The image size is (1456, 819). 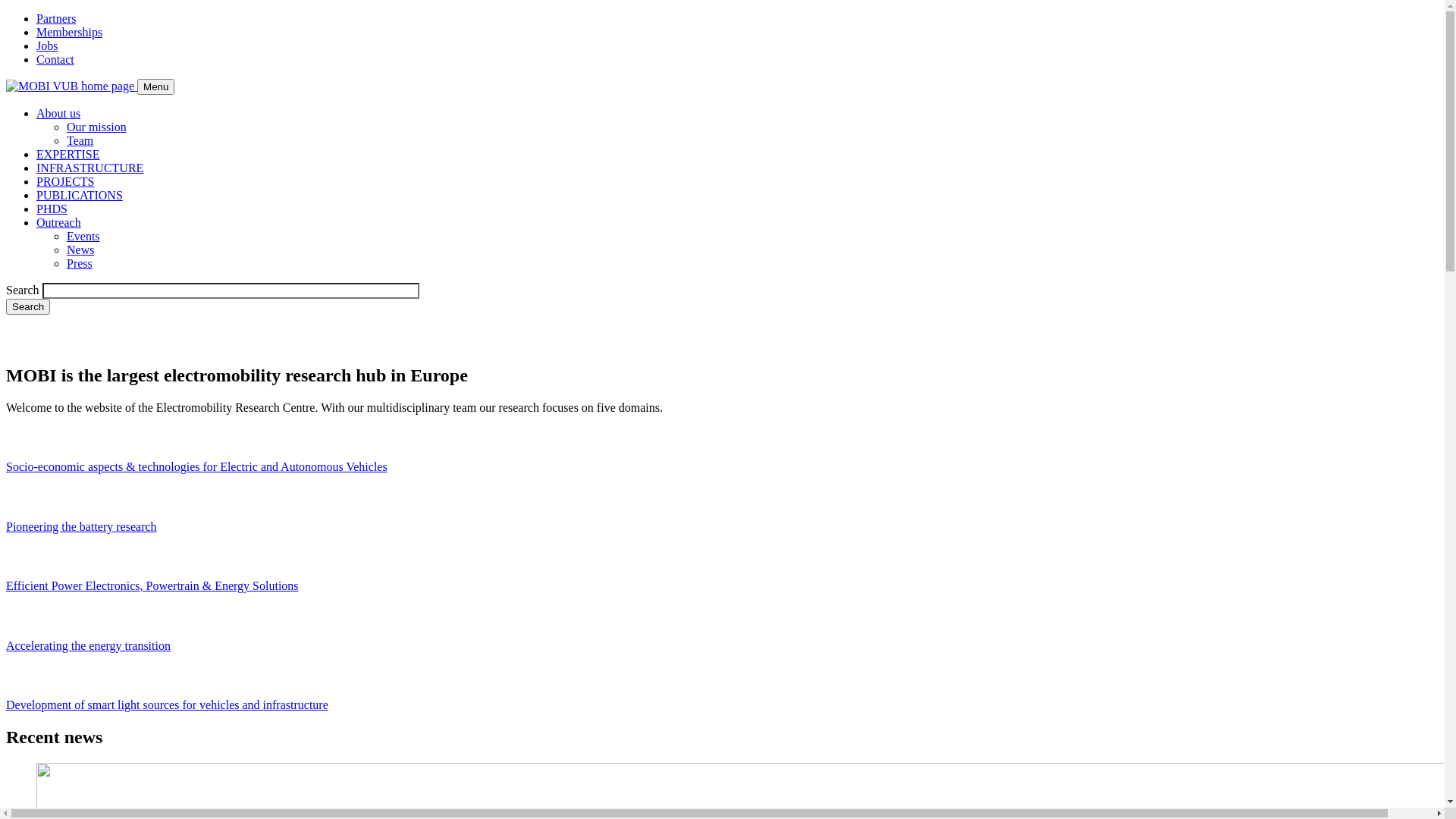 I want to click on 'Team', so click(x=79, y=140).